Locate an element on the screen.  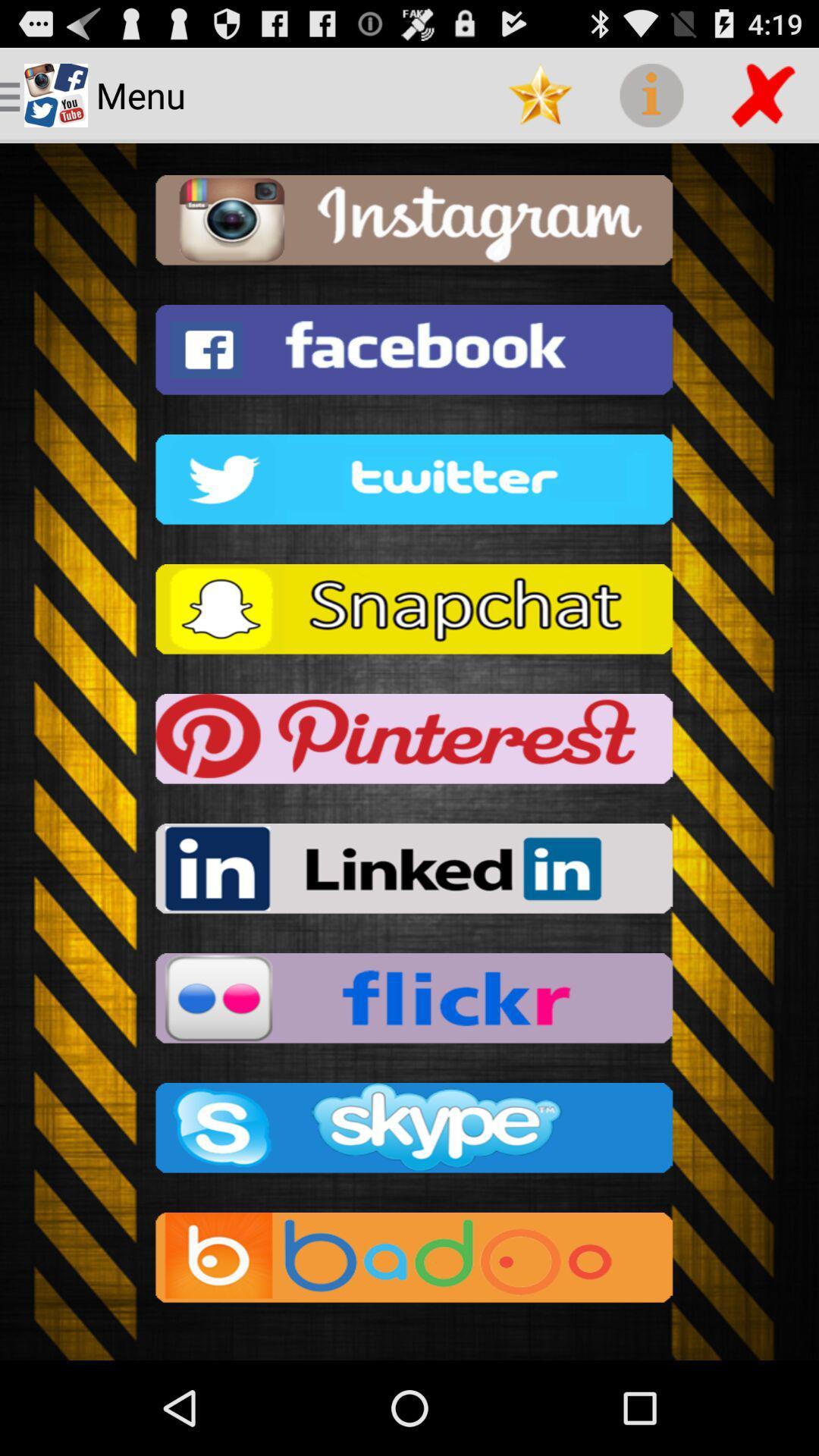
linked in field is located at coordinates (409, 873).